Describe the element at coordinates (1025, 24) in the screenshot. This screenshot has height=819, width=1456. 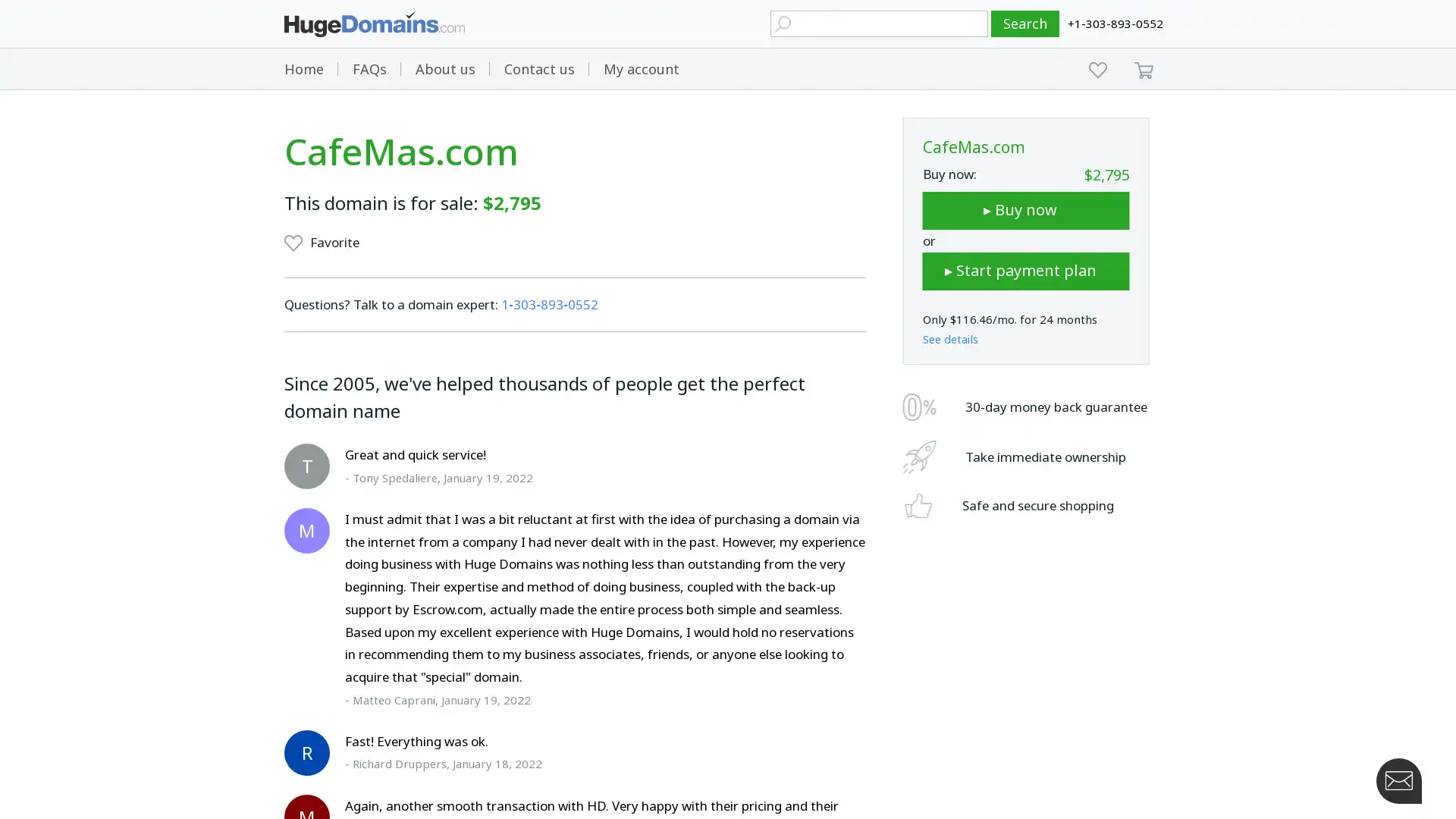
I see `Search` at that location.